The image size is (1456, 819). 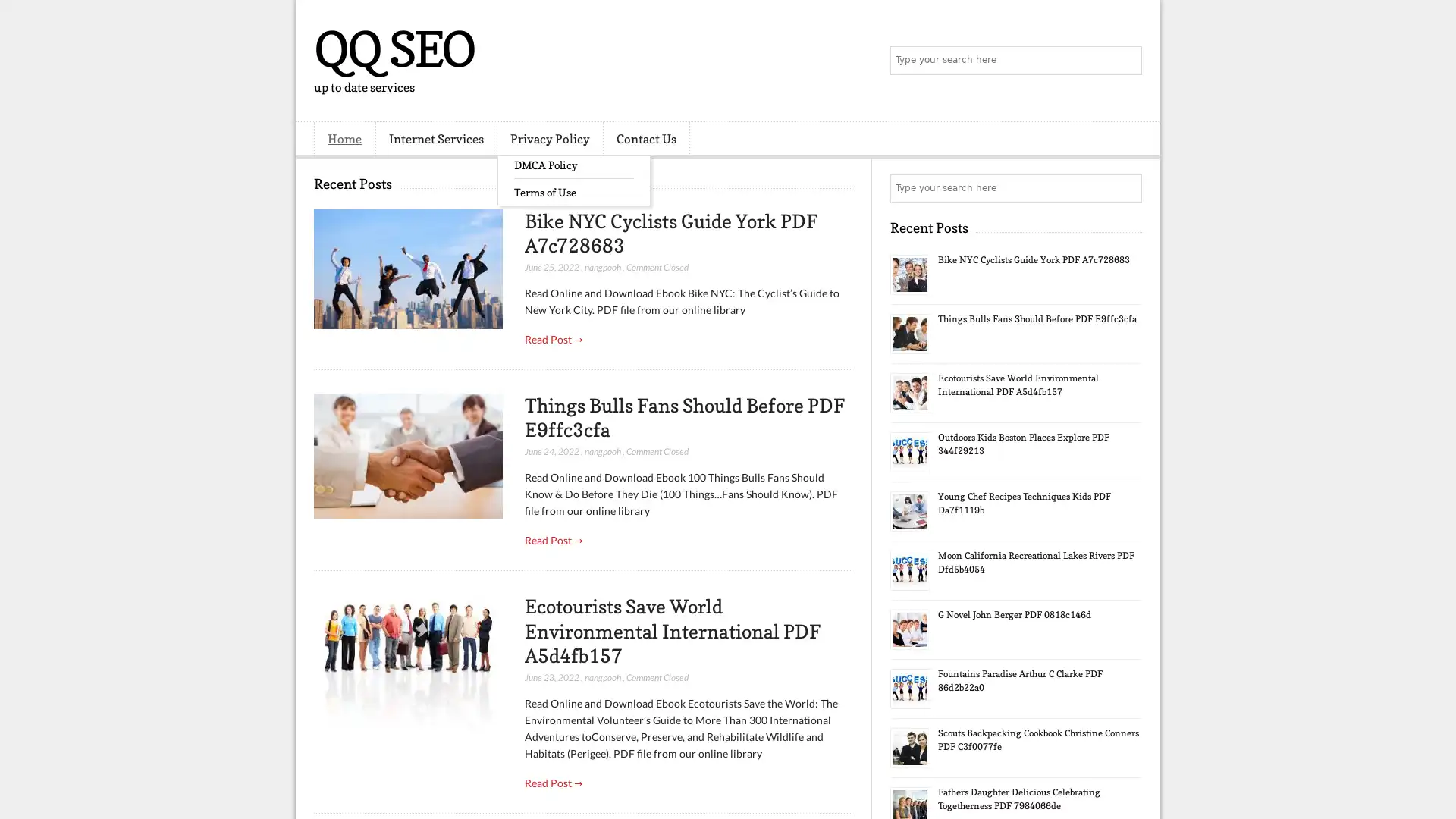 I want to click on Search, so click(x=1126, y=61).